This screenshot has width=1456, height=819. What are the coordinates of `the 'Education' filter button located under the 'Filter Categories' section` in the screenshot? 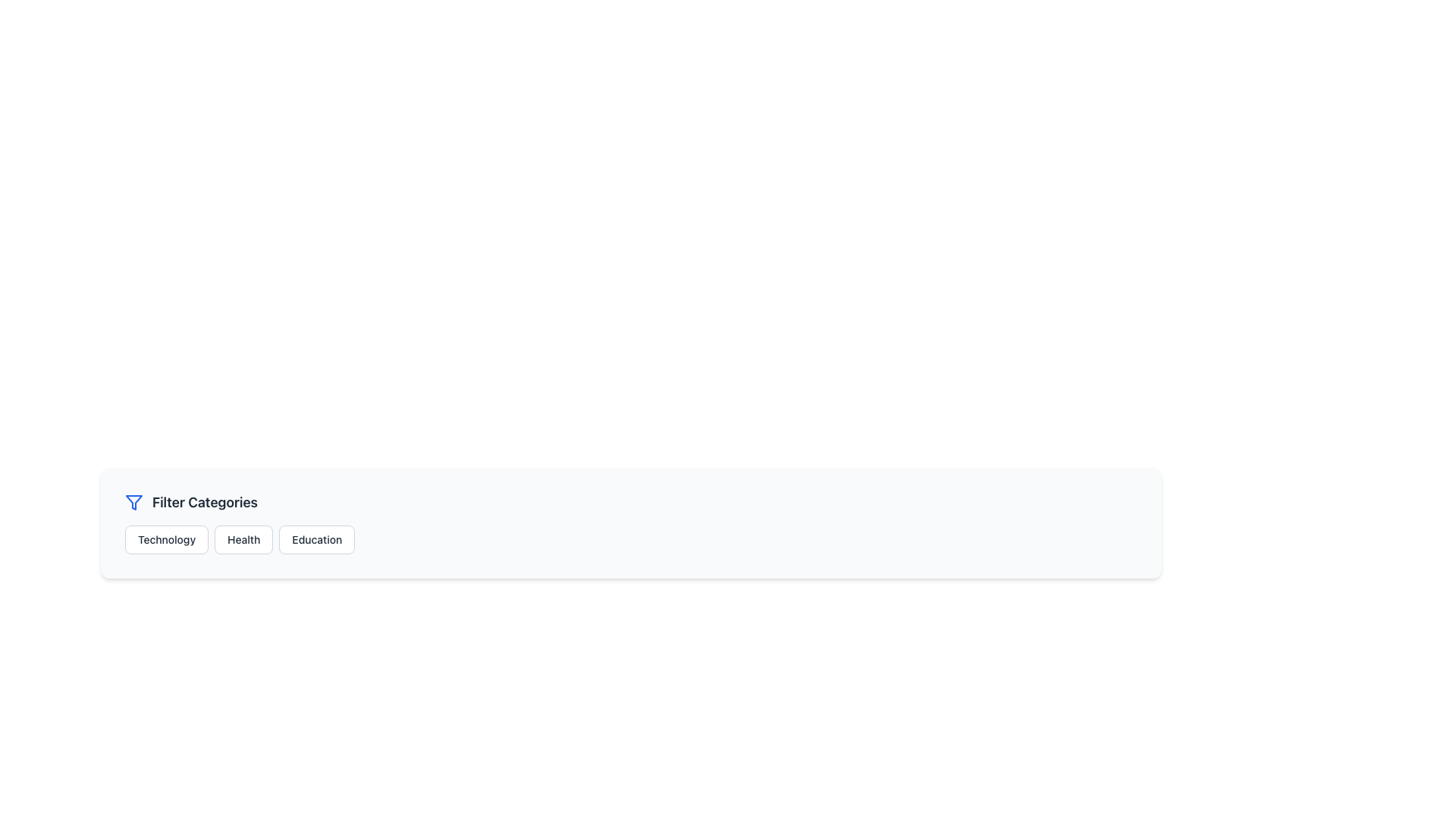 It's located at (316, 539).